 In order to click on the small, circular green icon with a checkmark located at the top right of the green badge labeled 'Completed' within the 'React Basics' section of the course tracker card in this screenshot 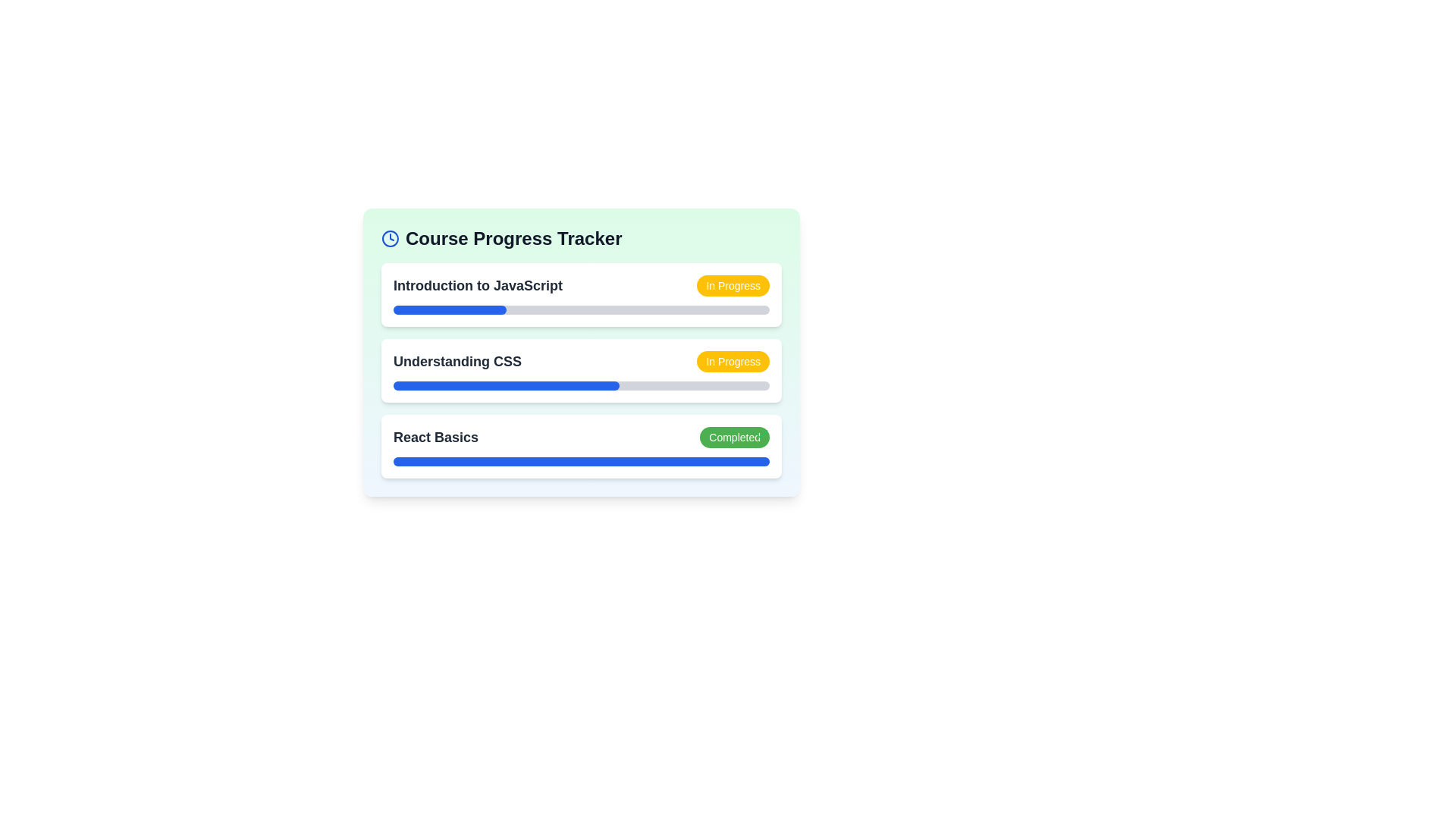, I will do `click(761, 435)`.